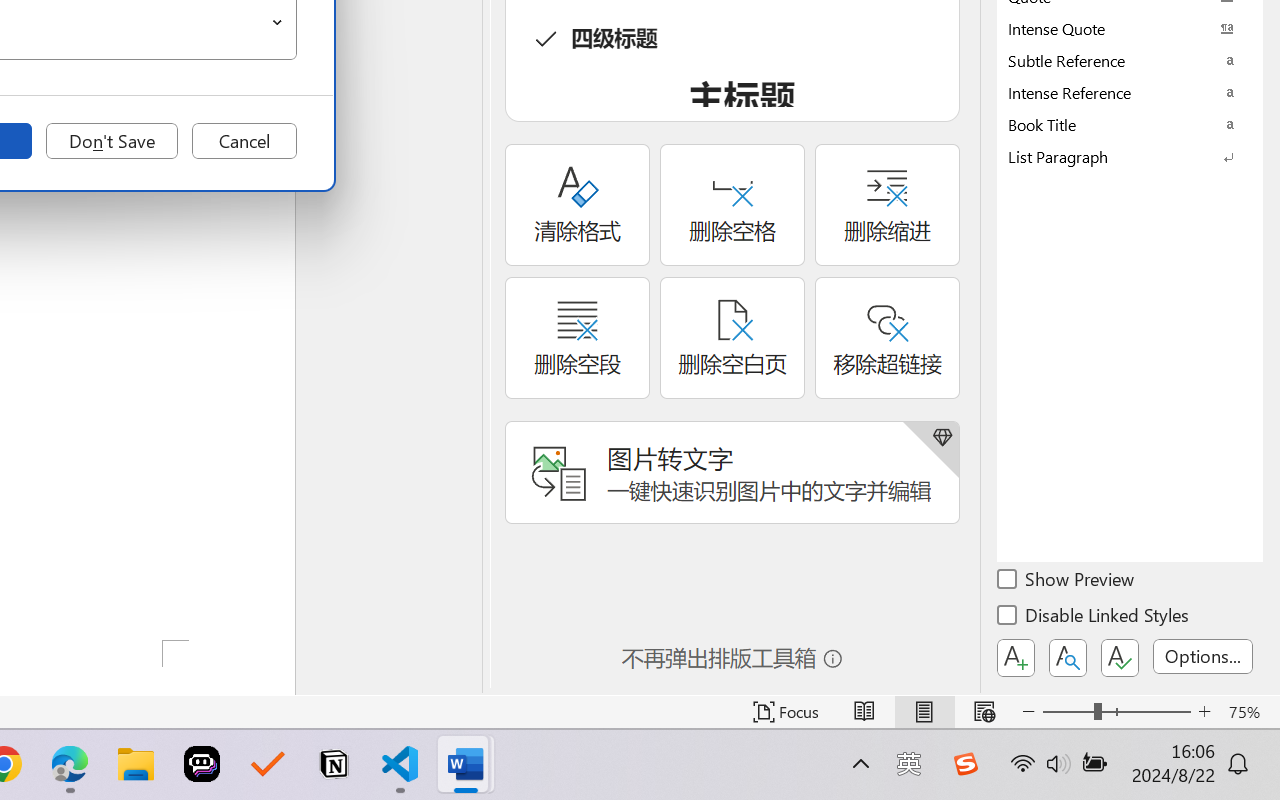 The height and width of the screenshot is (800, 1280). Describe the element at coordinates (1130, 28) in the screenshot. I see `'Intense Quote'` at that location.